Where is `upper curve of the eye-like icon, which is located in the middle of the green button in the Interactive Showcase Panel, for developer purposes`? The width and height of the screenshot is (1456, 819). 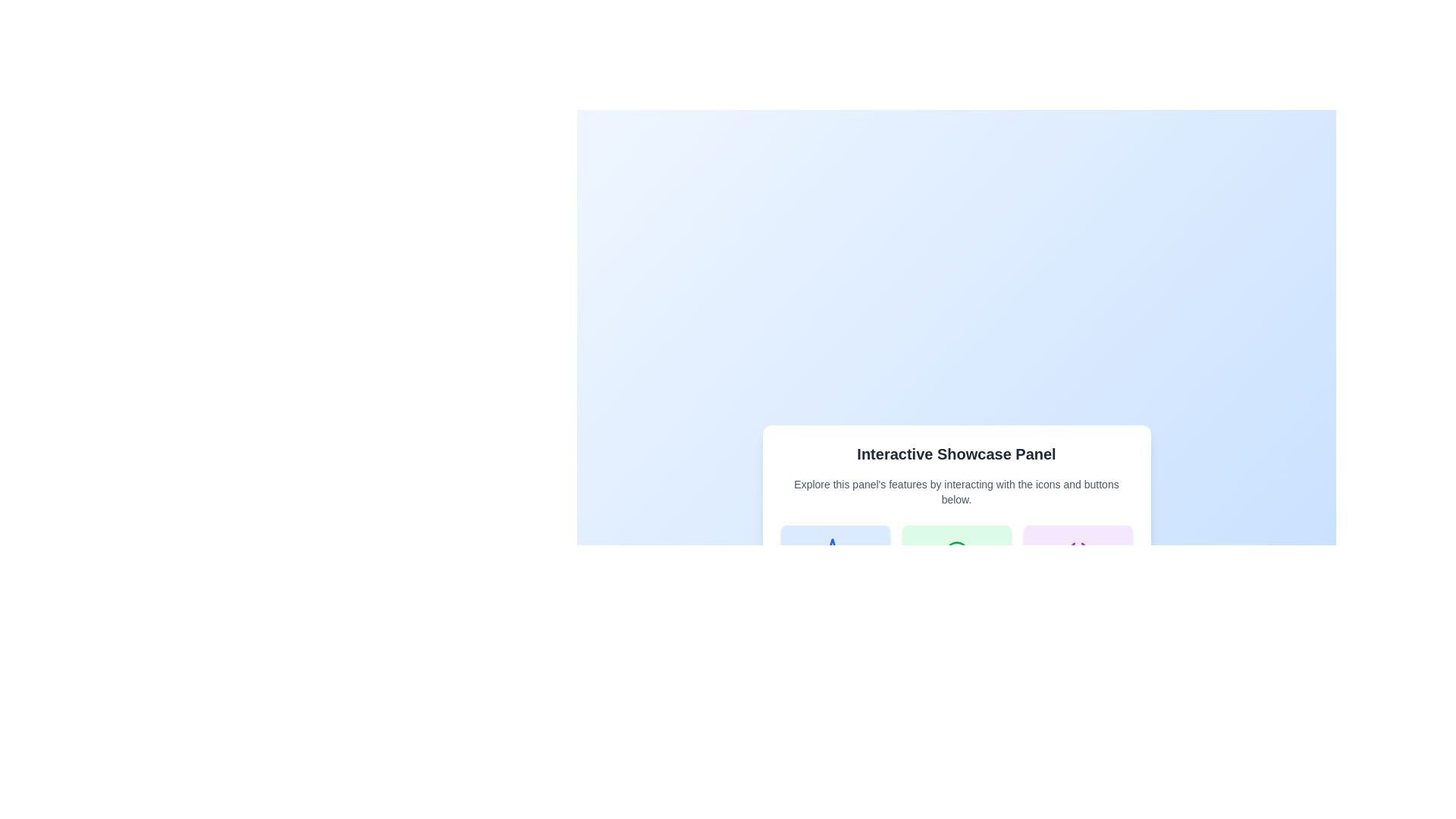
upper curve of the eye-like icon, which is located in the middle of the green button in the Interactive Showcase Panel, for developer purposes is located at coordinates (955, 550).